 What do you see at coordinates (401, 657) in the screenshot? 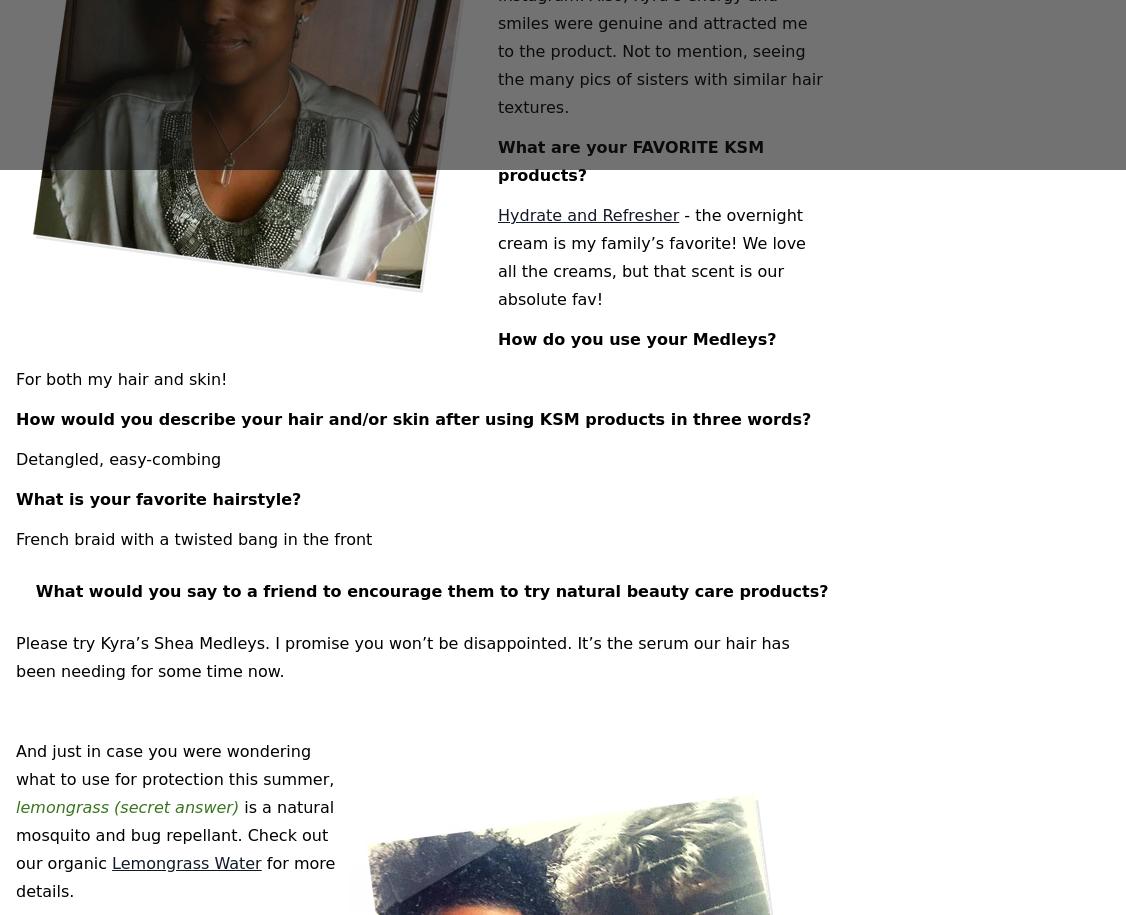
I see `'Please try Kyra’s Shea Medleys. I promise you won’t be disappointed. It’s the serum our hair has been needing for some time now.'` at bounding box center [401, 657].